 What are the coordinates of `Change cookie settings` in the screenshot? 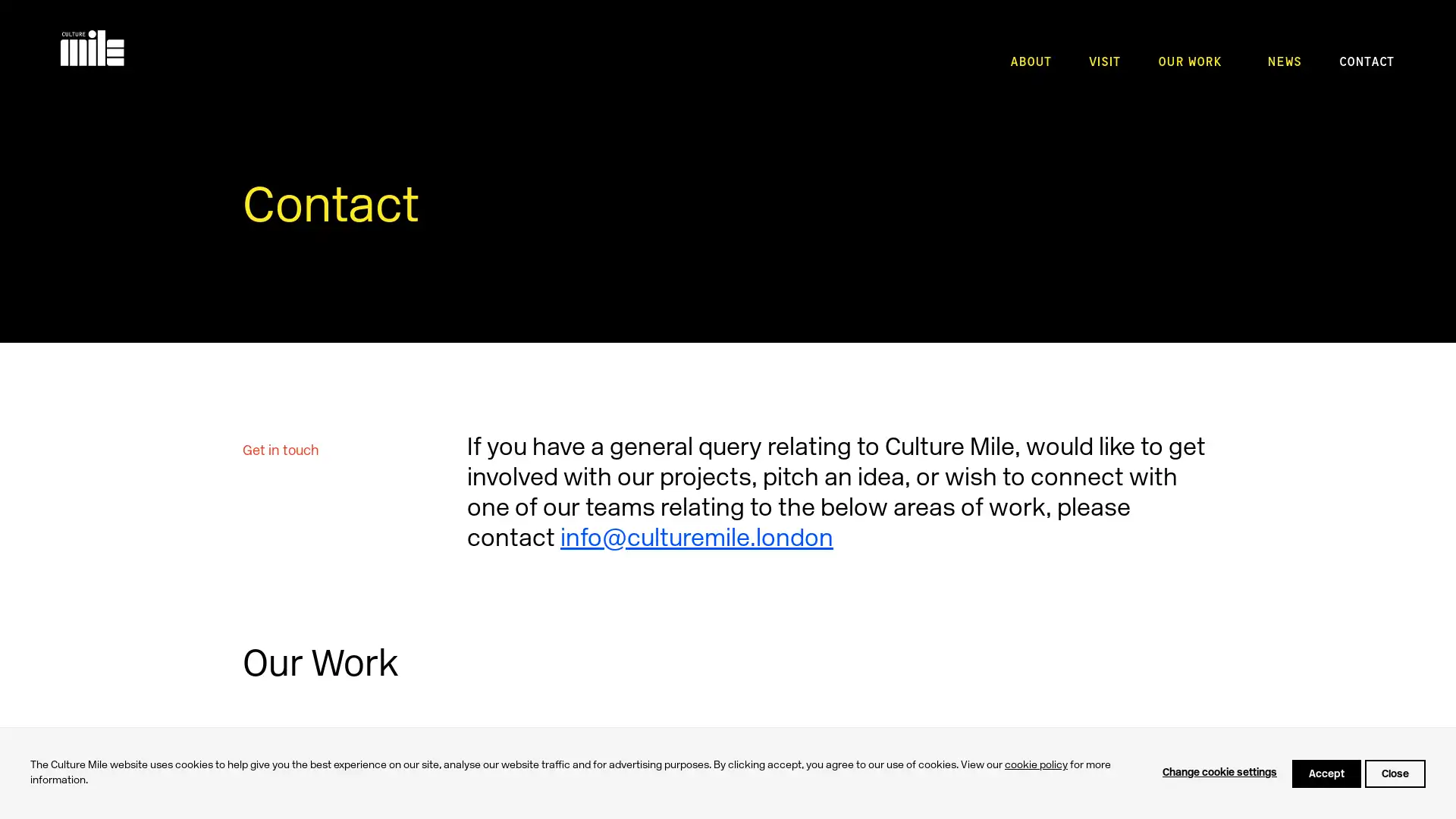 It's located at (1219, 773).